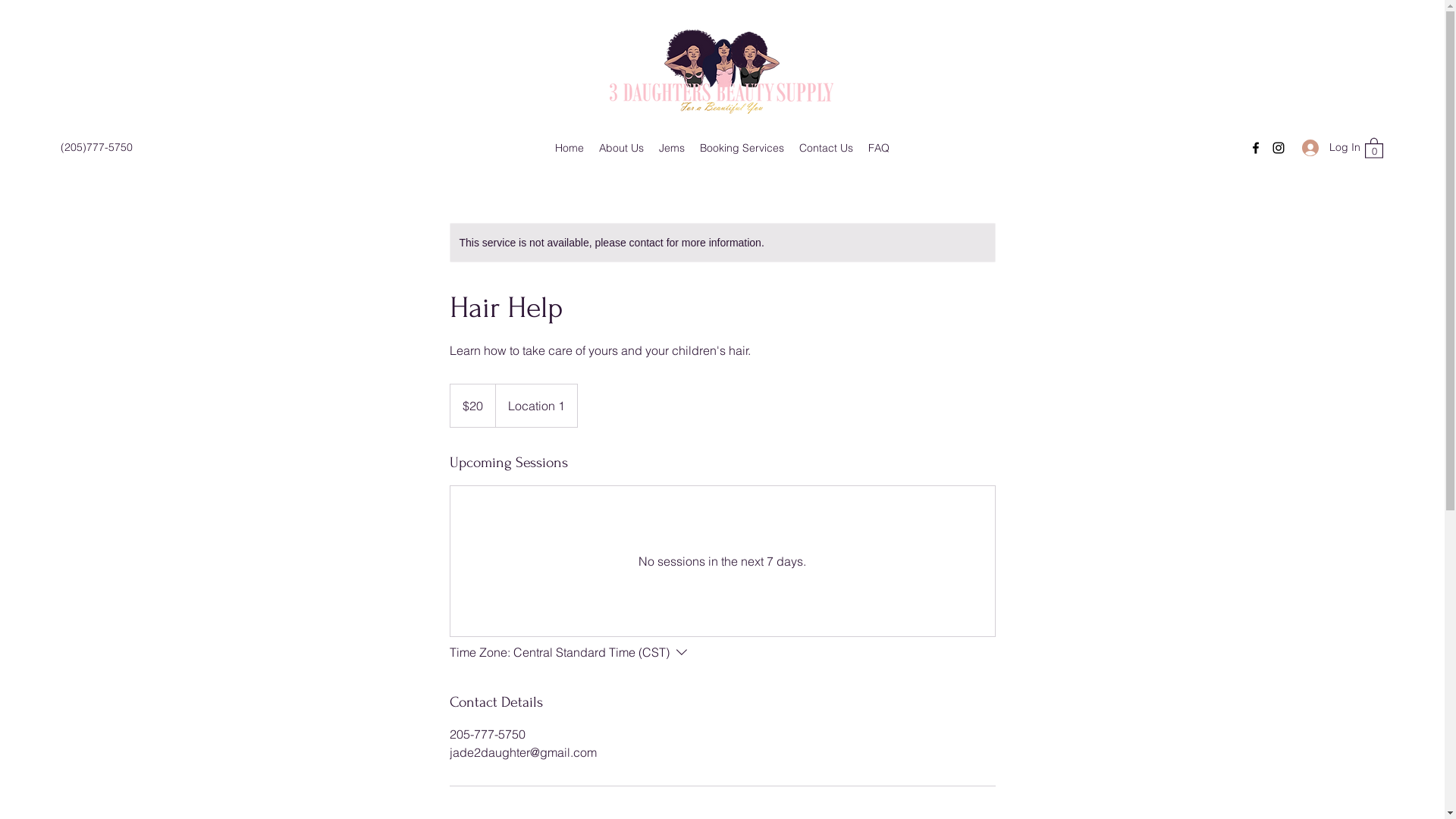  Describe the element at coordinates (742, 148) in the screenshot. I see `'Booking Services'` at that location.